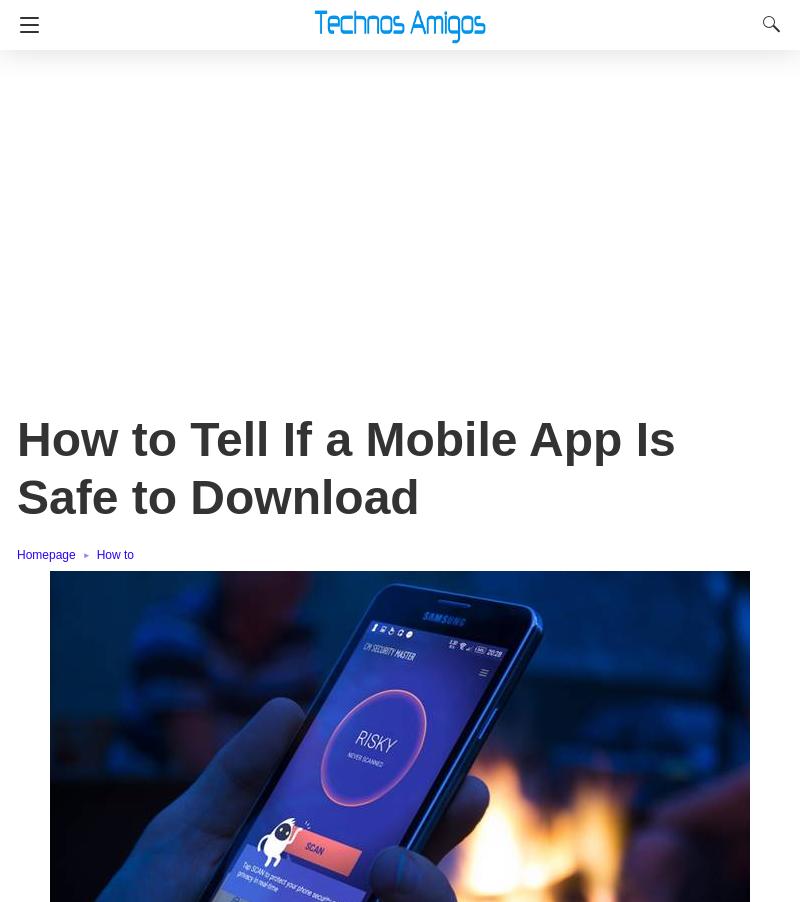 The width and height of the screenshot is (800, 902). What do you see at coordinates (352, 837) in the screenshot?
I see `'A high download rate means that the developer has established trustworthiness with its users.'` at bounding box center [352, 837].